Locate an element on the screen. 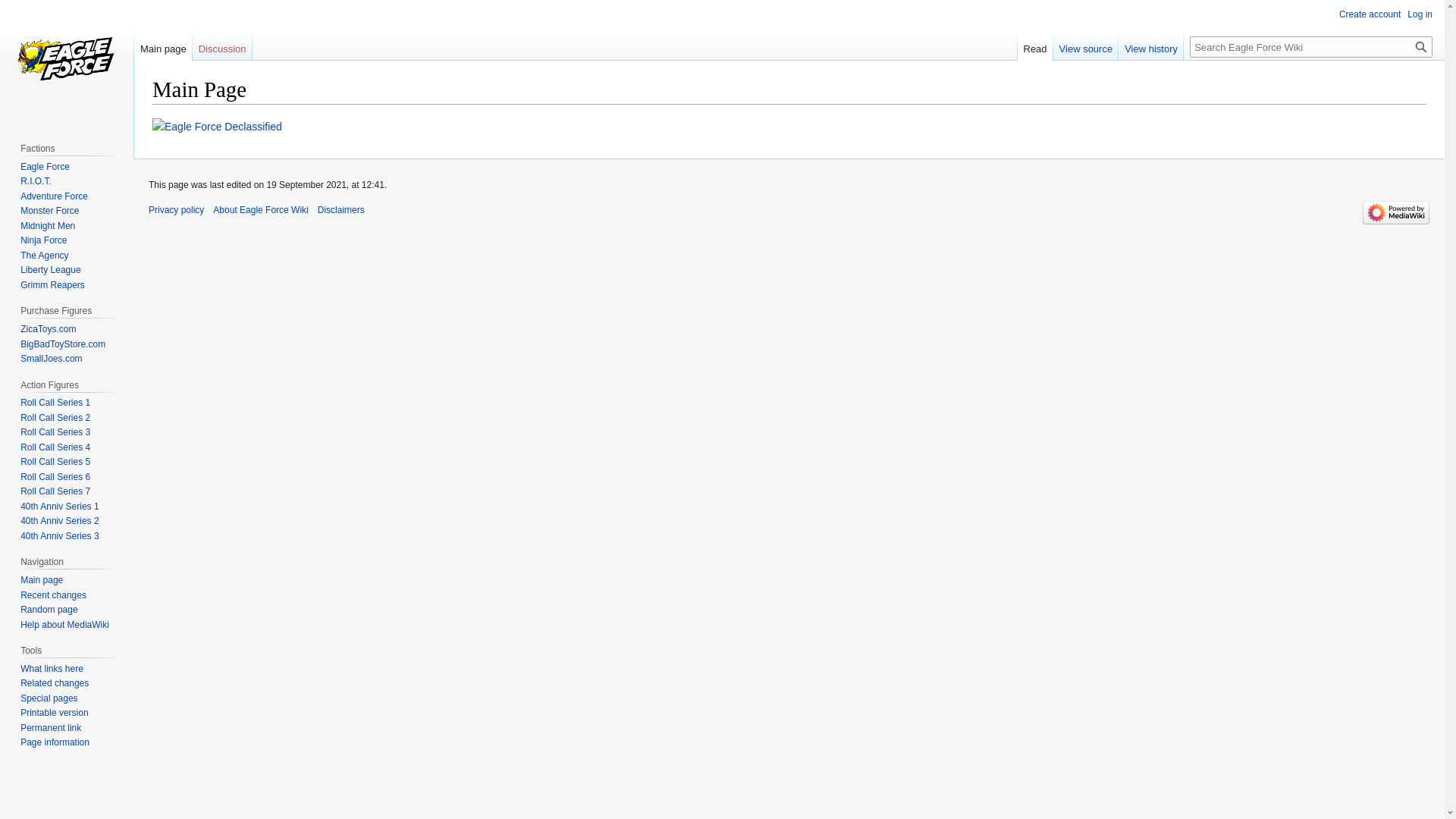  'Liberty League' is located at coordinates (50, 268).